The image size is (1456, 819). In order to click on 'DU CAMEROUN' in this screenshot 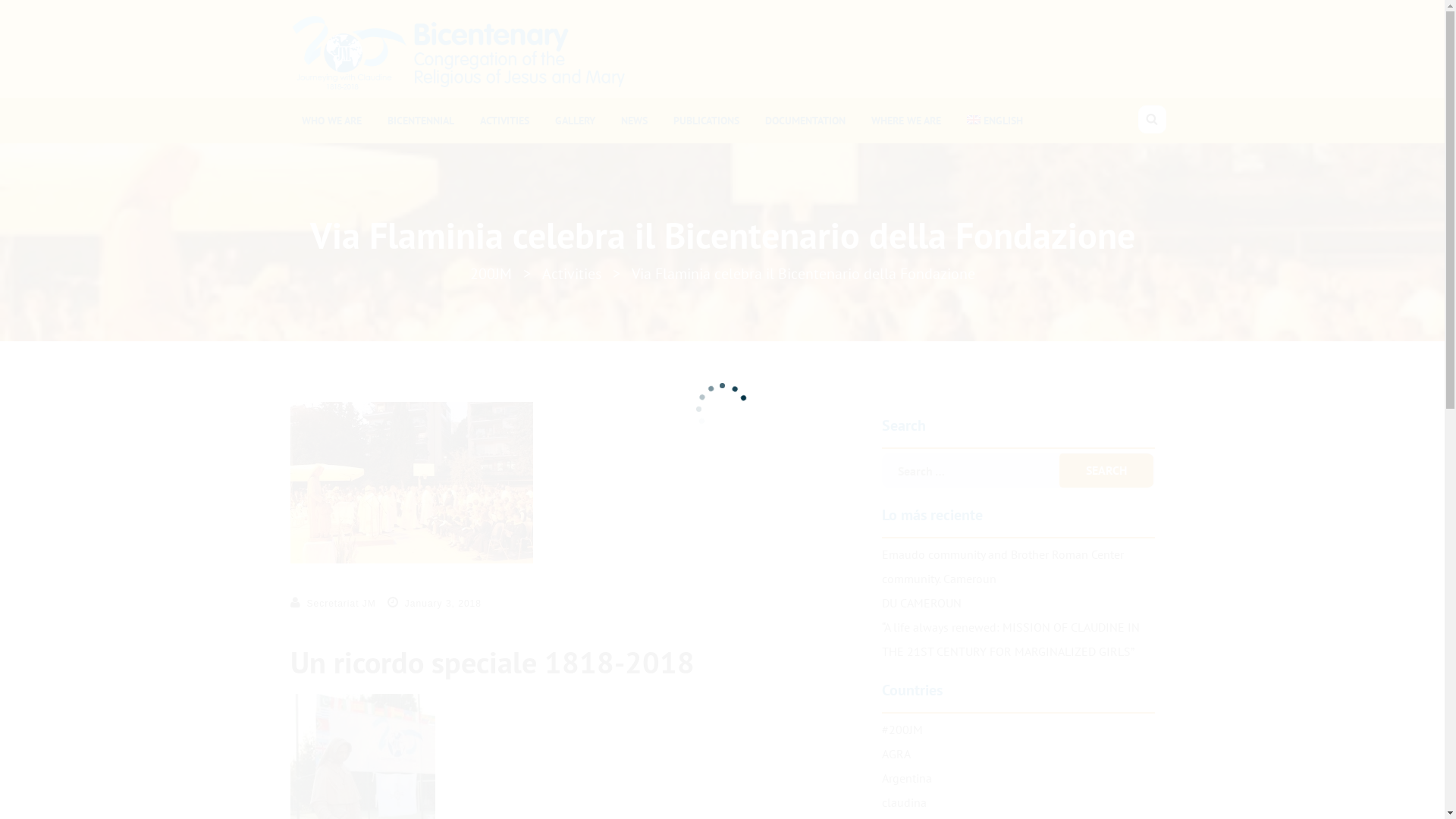, I will do `click(920, 601)`.